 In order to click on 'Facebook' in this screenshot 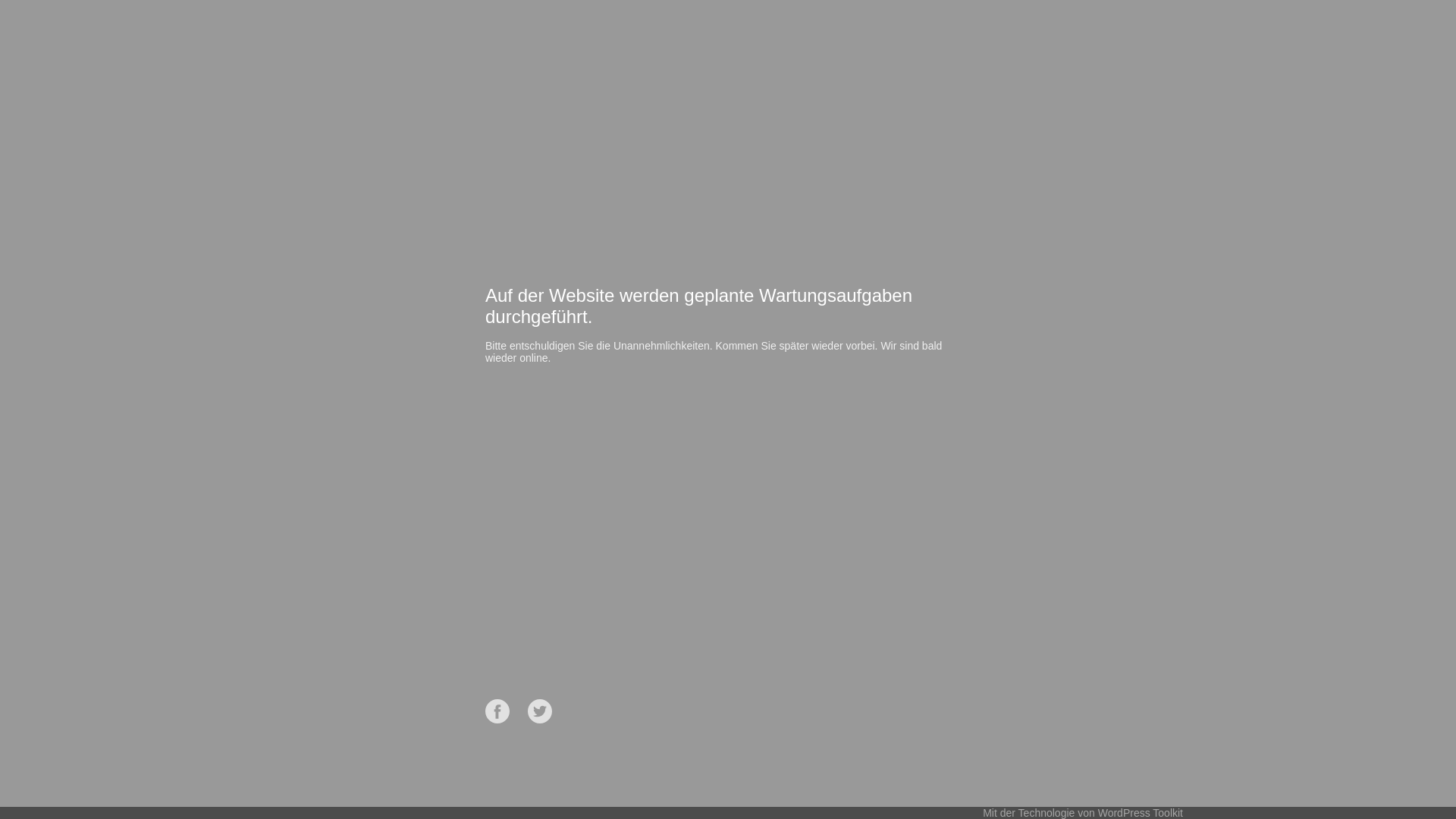, I will do `click(497, 711)`.